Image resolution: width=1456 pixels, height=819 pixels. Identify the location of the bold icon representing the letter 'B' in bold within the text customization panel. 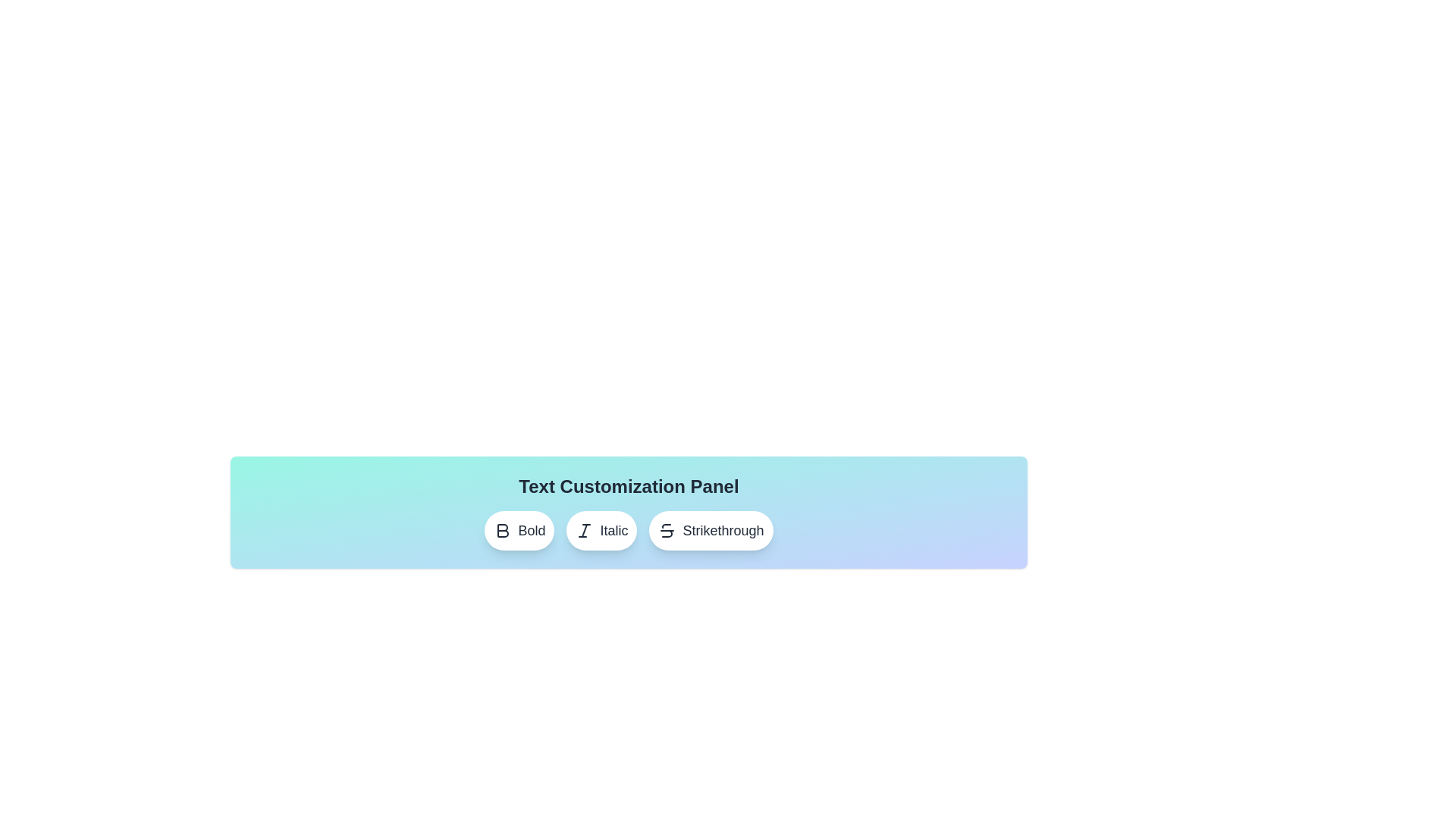
(503, 529).